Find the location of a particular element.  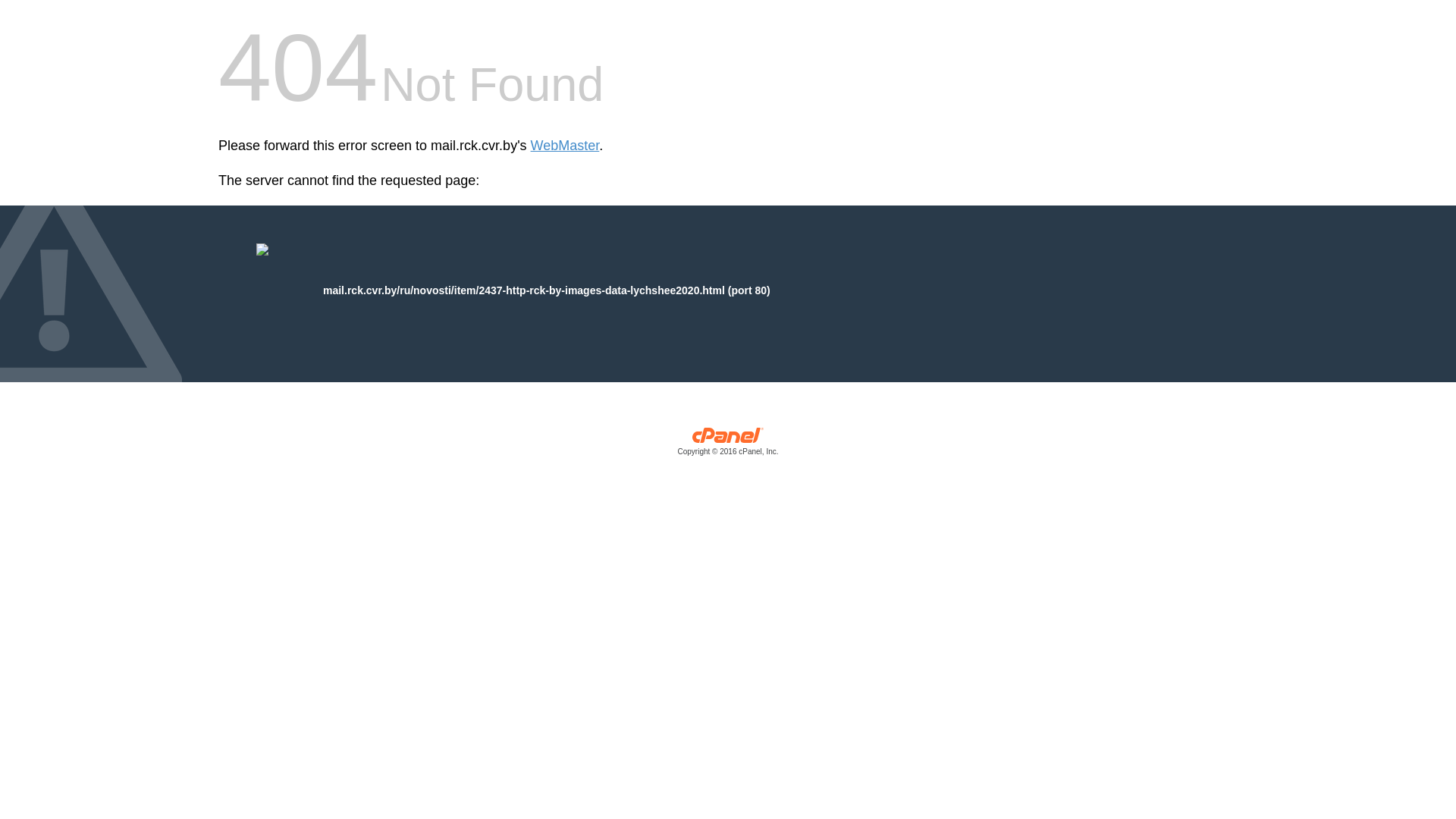

'WebMaster' is located at coordinates (564, 146).